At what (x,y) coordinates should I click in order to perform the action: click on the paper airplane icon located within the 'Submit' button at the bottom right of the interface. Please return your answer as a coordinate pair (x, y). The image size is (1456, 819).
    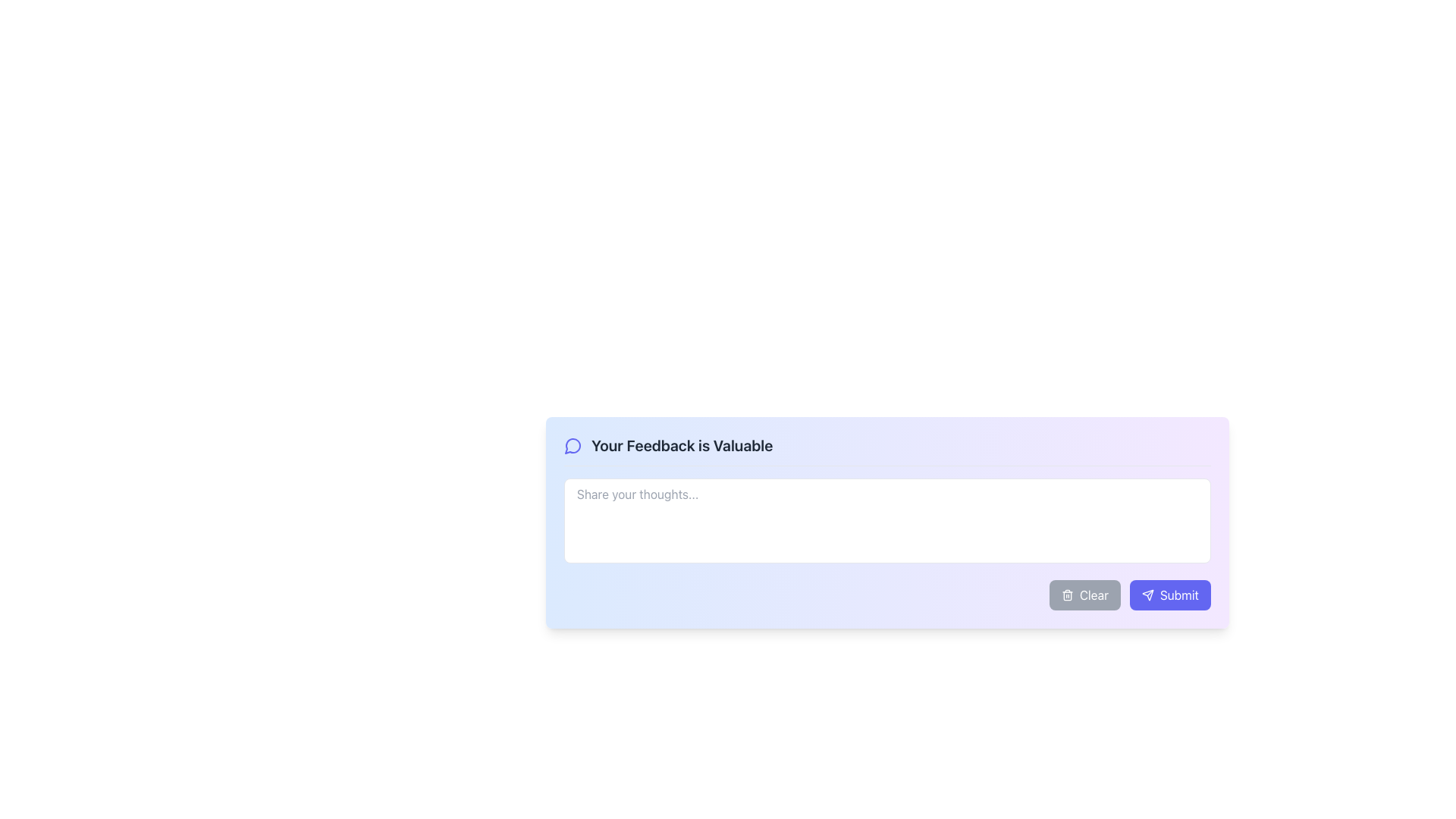
    Looking at the image, I should click on (1147, 595).